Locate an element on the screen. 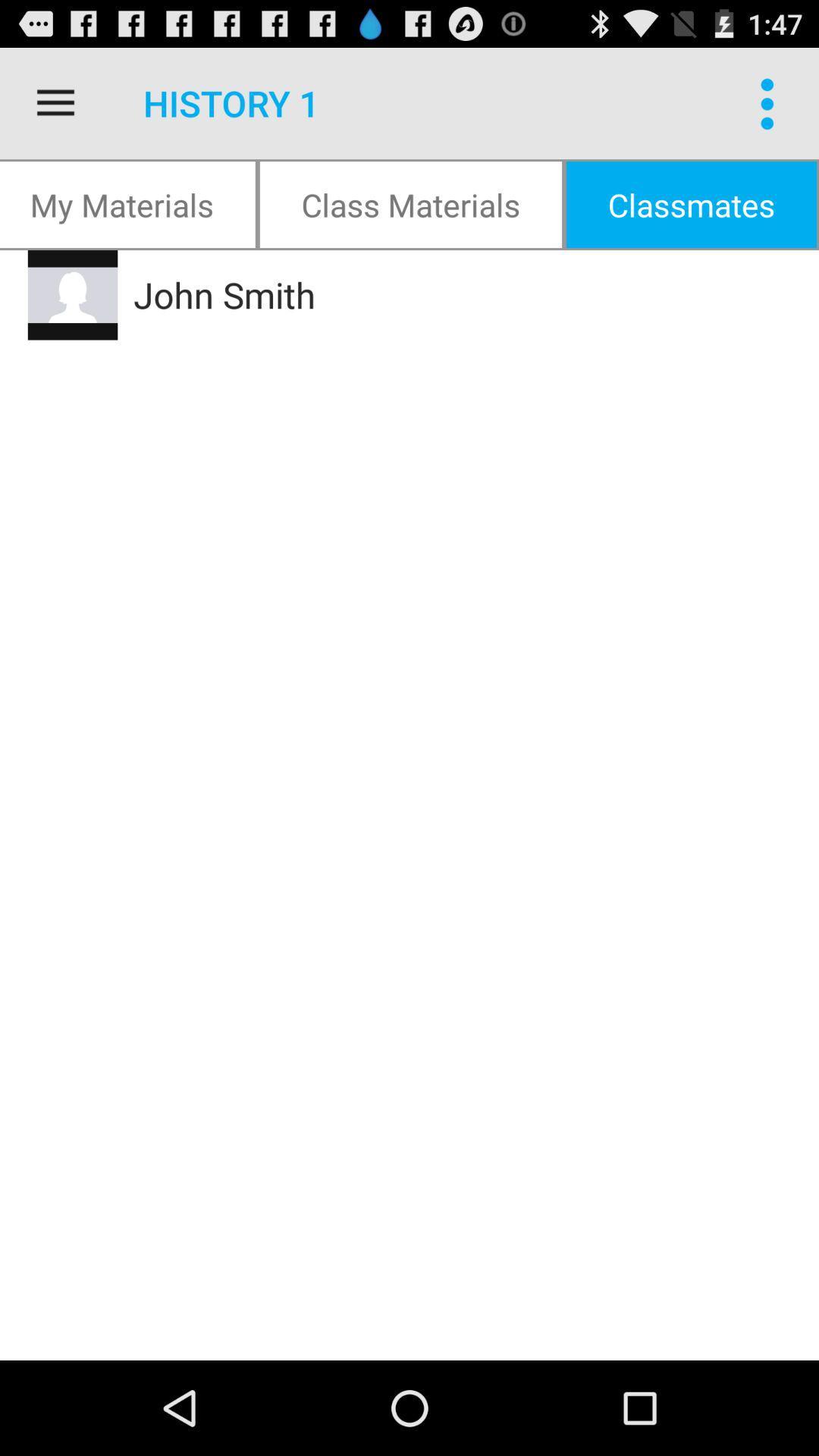  icon to the left of the history 1 item is located at coordinates (55, 102).